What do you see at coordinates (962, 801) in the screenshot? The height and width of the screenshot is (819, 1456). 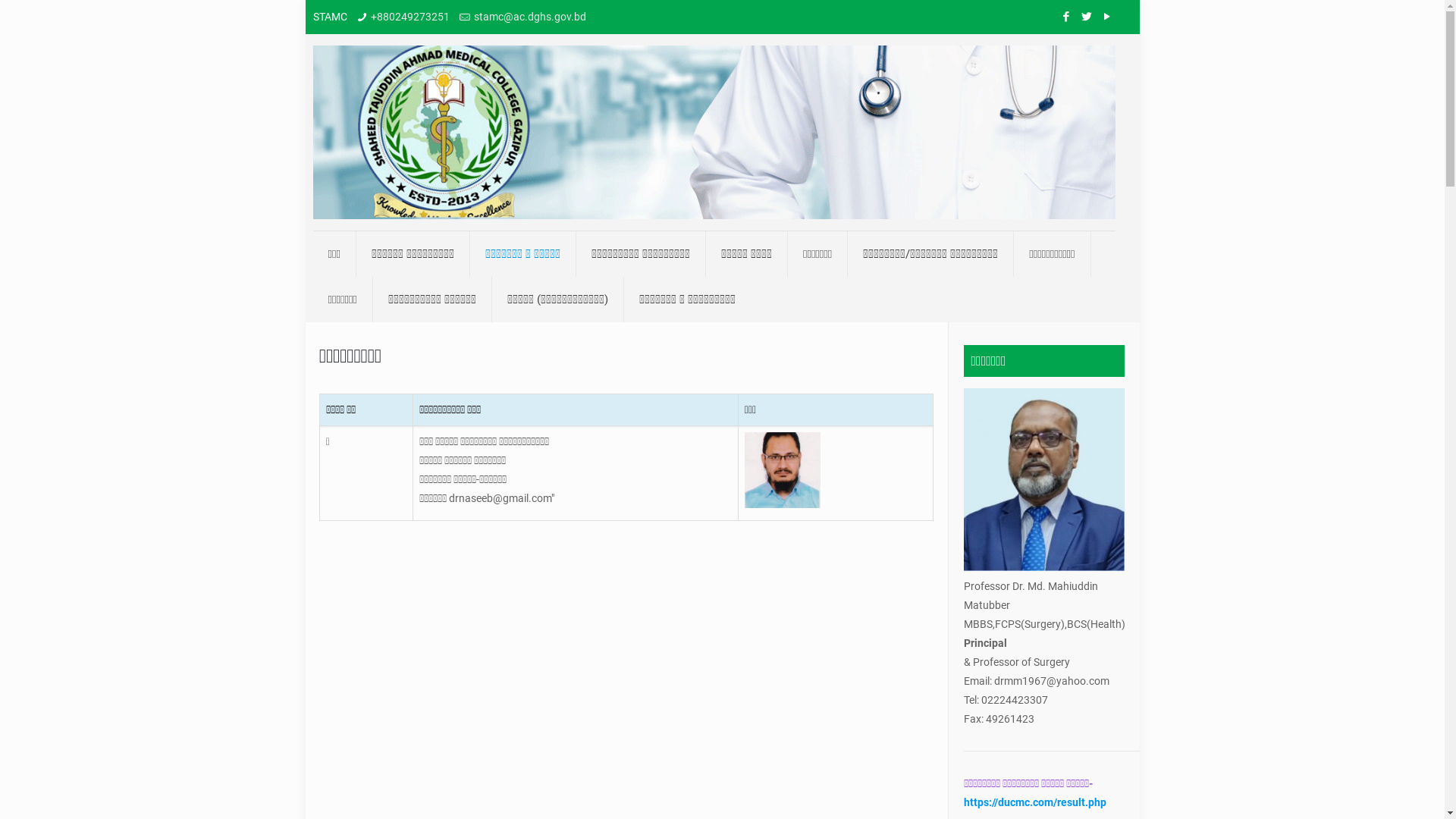 I see `'http'` at bounding box center [962, 801].